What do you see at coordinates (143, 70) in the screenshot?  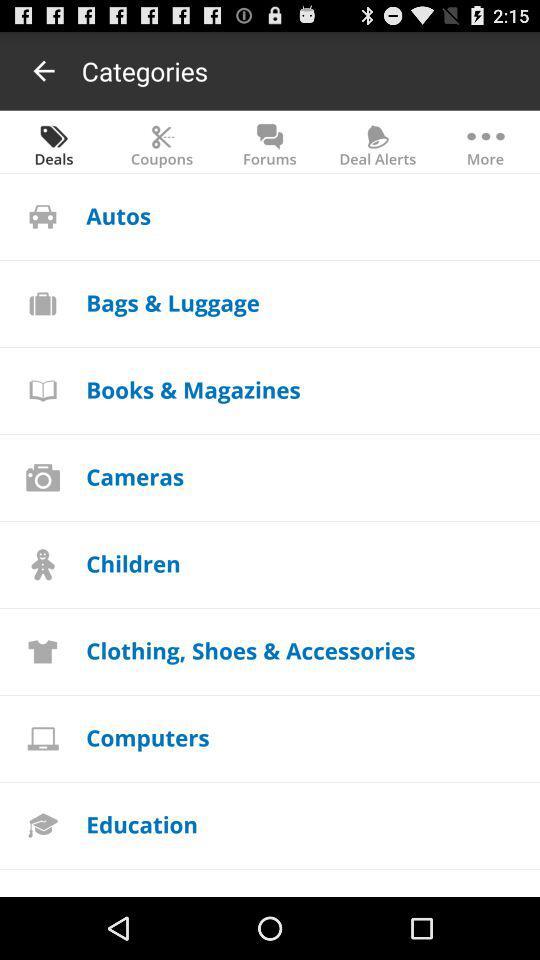 I see `categories` at bounding box center [143, 70].